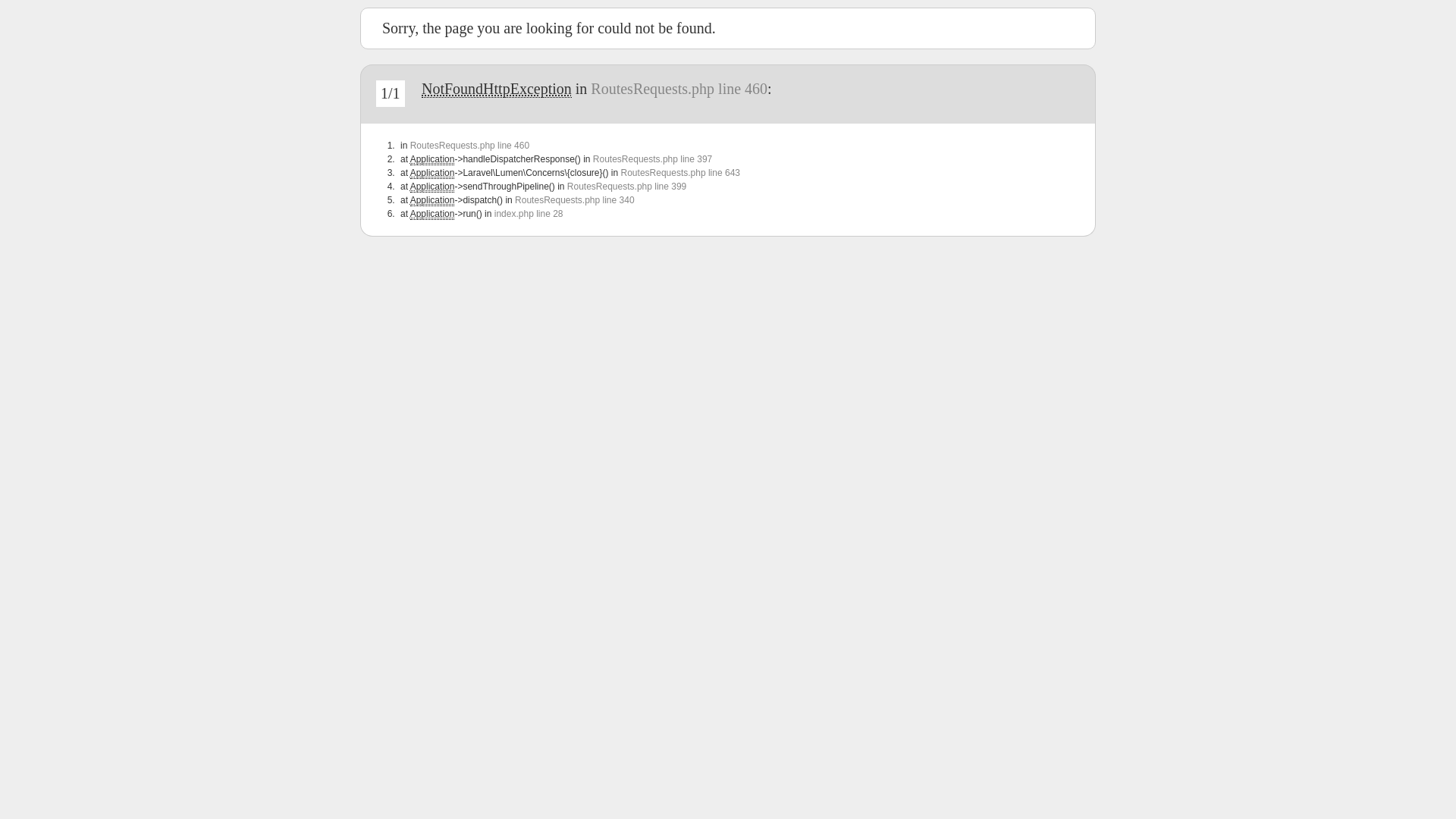 This screenshot has height=819, width=1456. What do you see at coordinates (469, 146) in the screenshot?
I see `'RoutesRequests.php line 460'` at bounding box center [469, 146].